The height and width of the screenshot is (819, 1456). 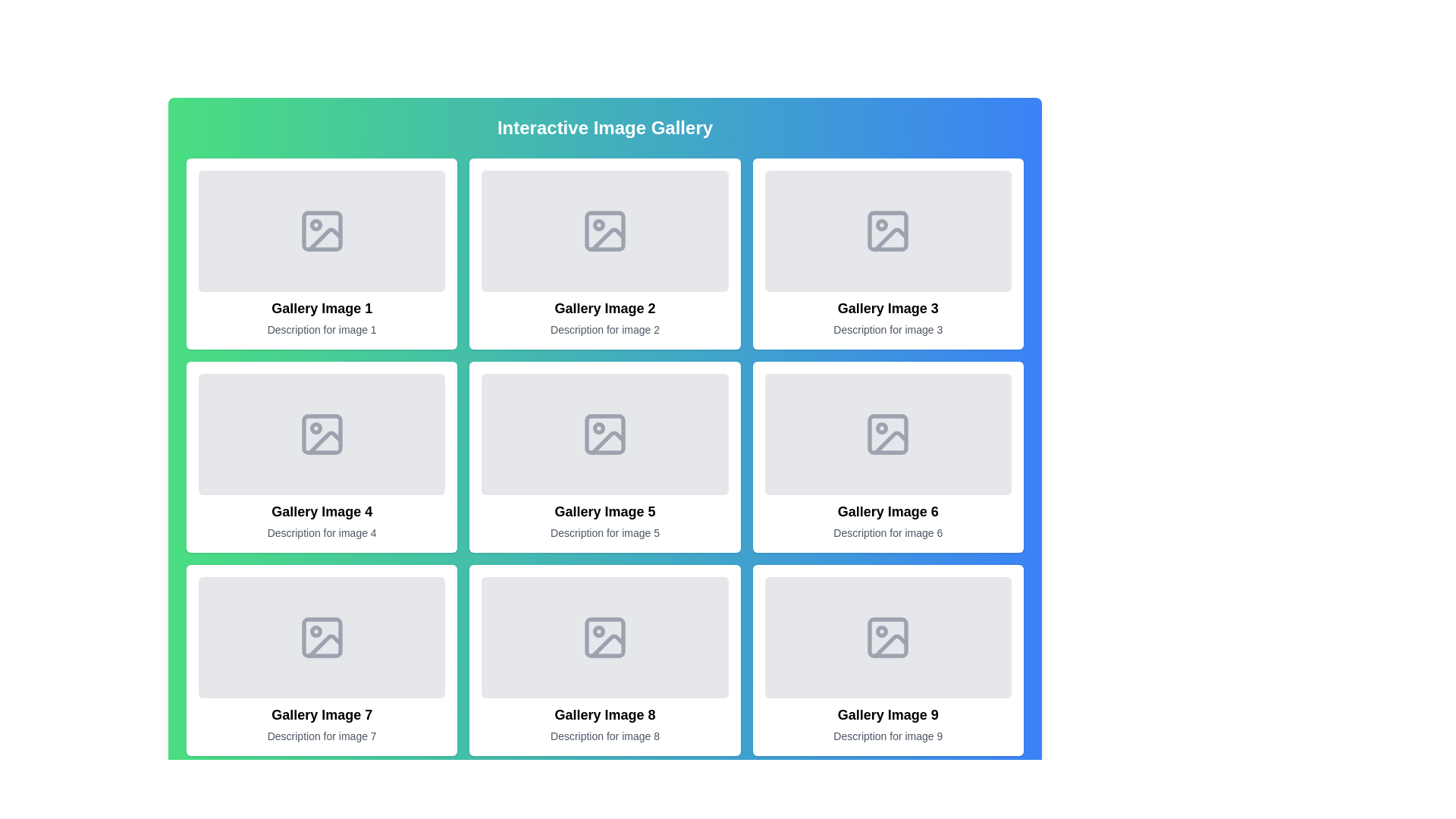 I want to click on the Circle graphic element located in the second row and second column of the gallery item placeholder, specifically within 'Gallery Image 5', so click(x=598, y=428).